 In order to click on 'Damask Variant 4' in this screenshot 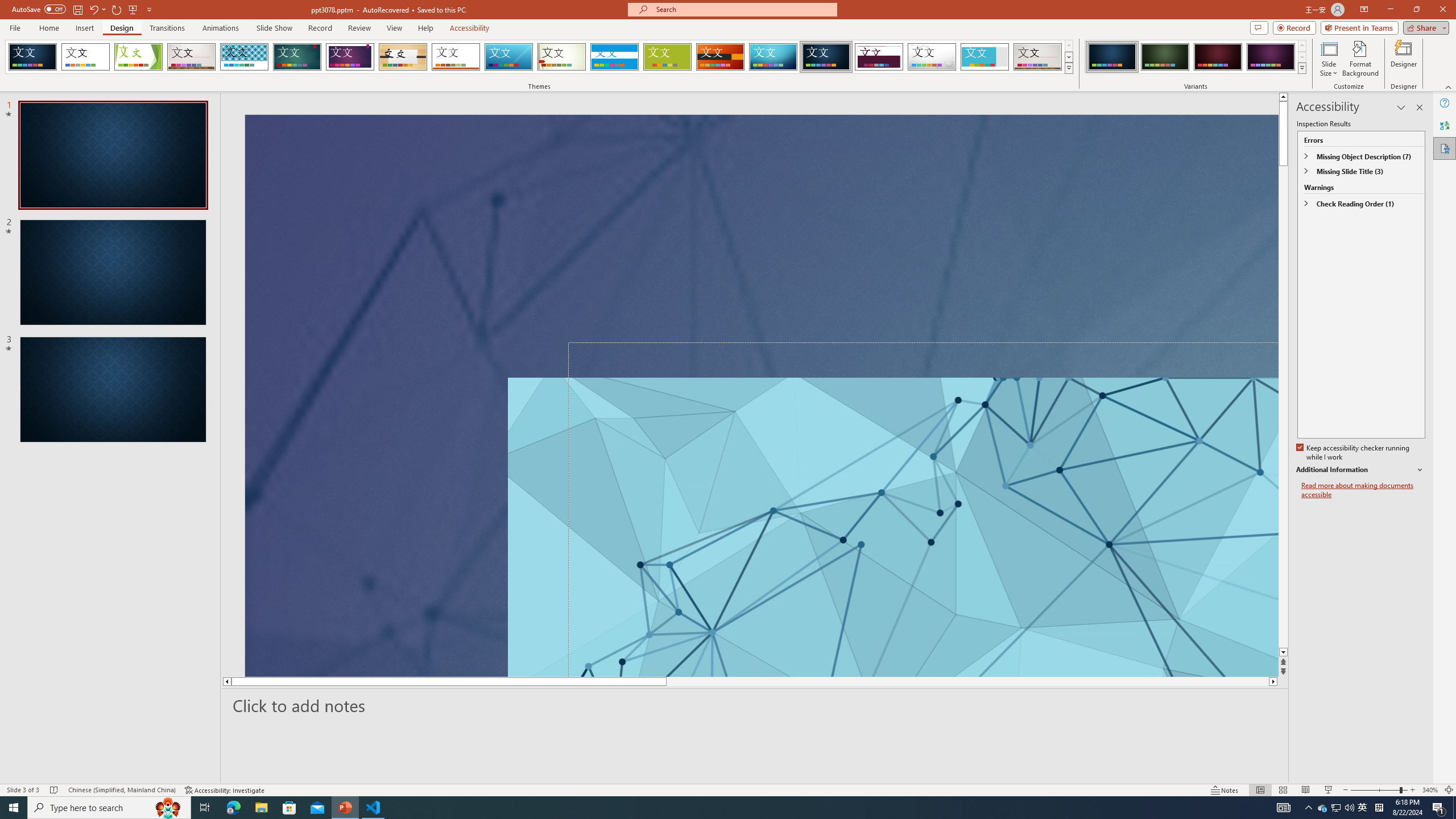, I will do `click(1270, 56)`.